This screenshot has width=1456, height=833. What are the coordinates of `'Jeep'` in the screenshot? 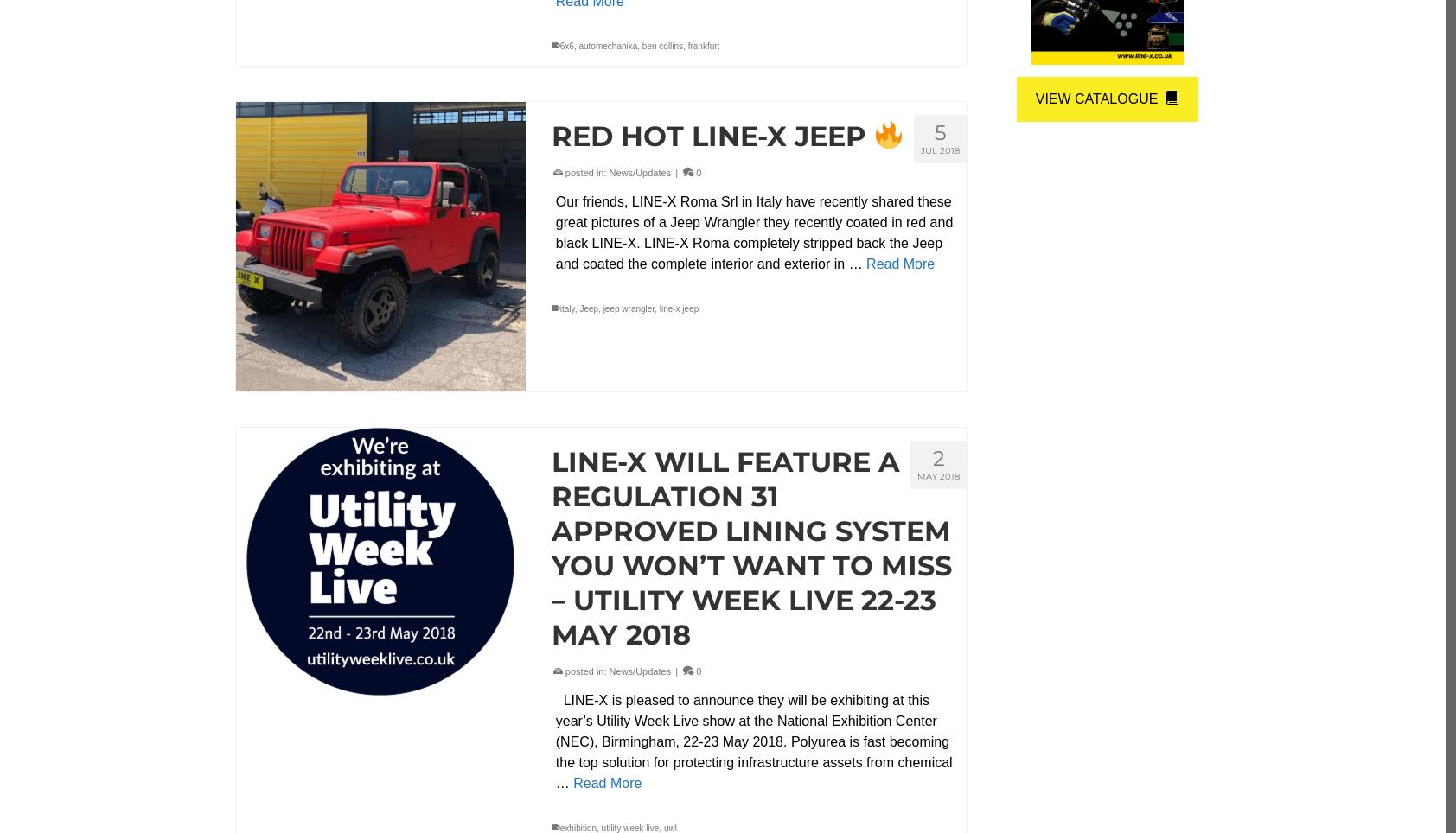 It's located at (589, 308).